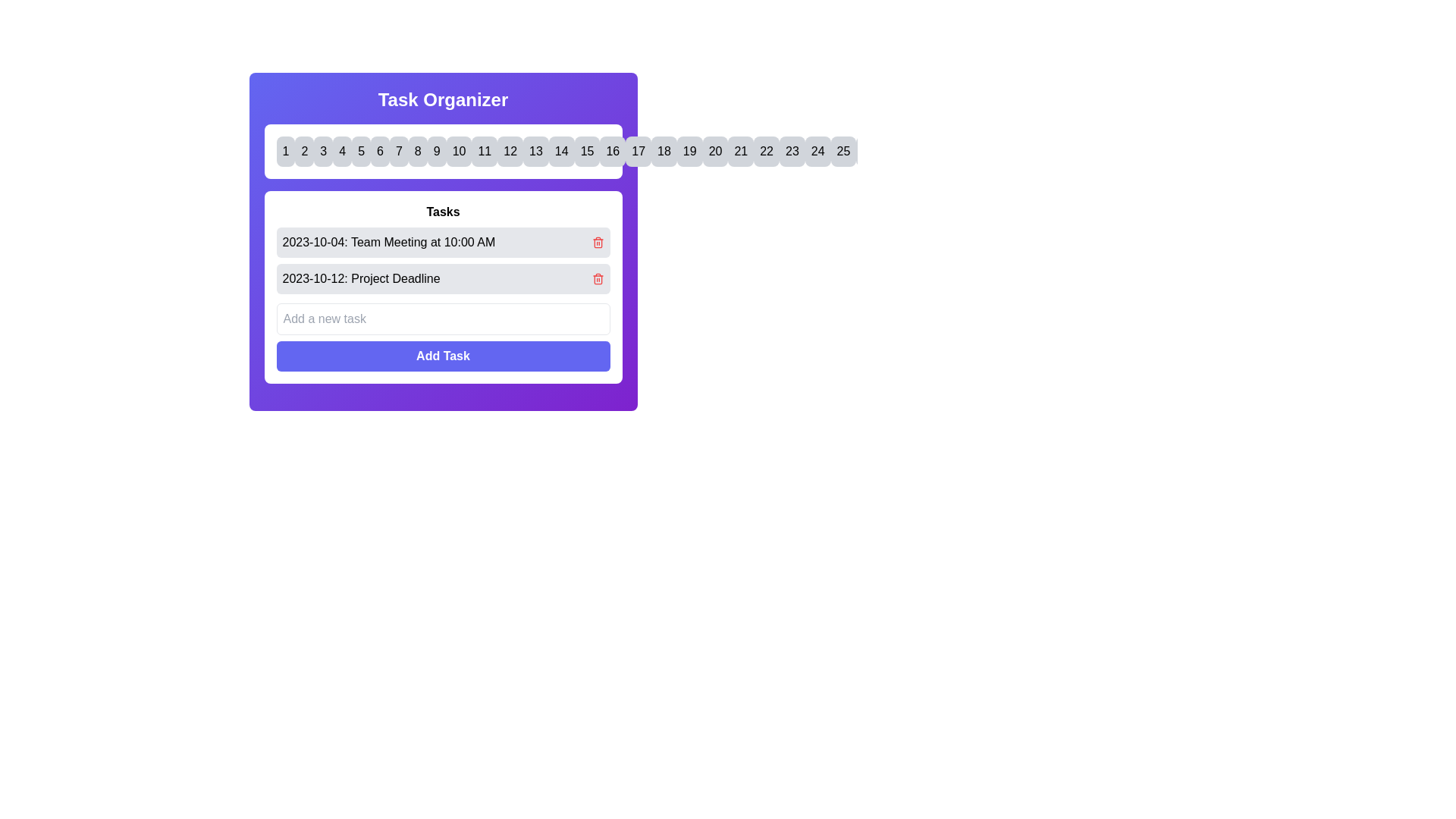  Describe the element at coordinates (418, 152) in the screenshot. I see `the button labeled '8', which is a rounded rectangle with a light gray background and black numeral '8' centered` at that location.